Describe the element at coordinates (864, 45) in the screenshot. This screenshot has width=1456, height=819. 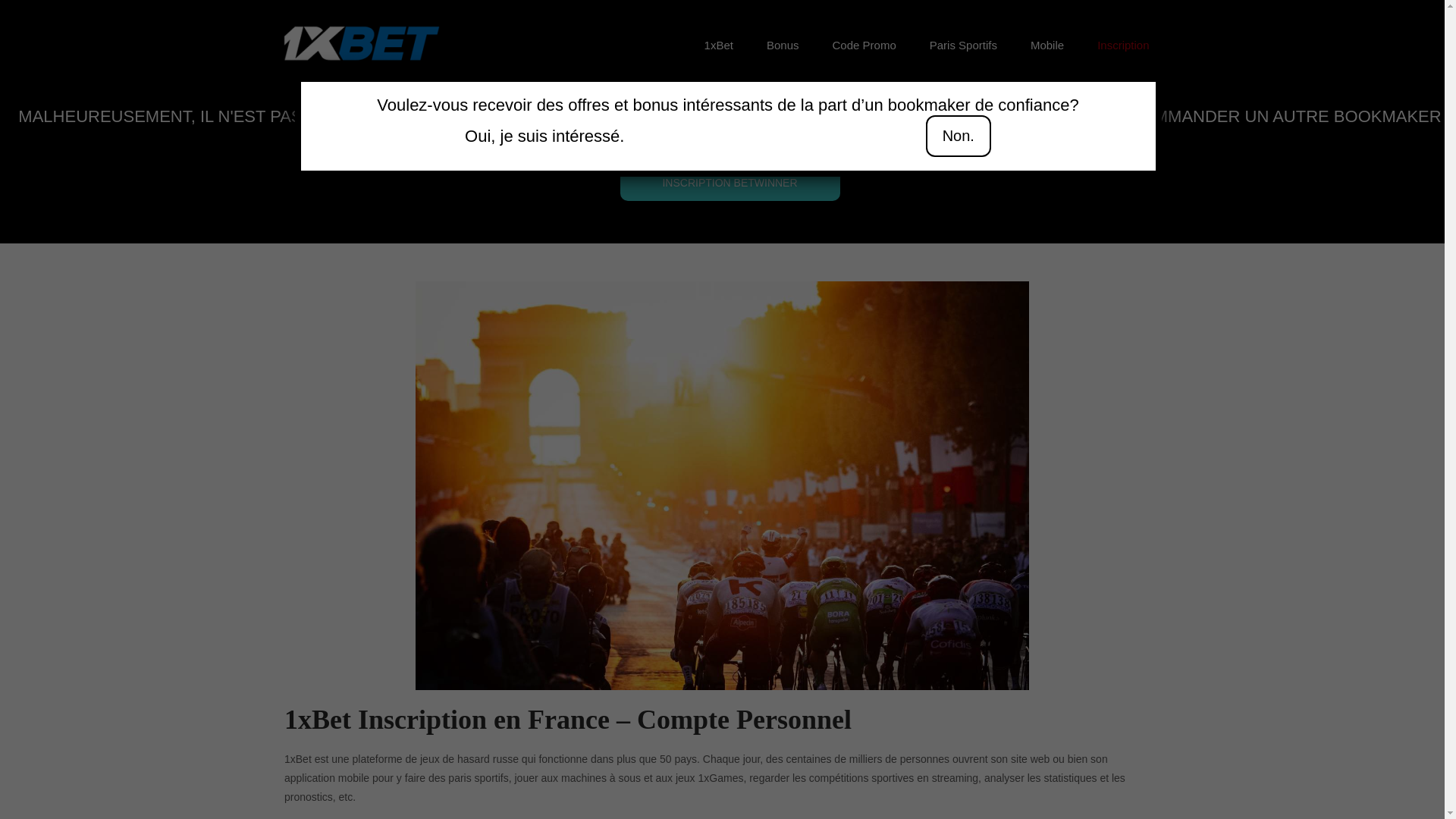
I see `'Code Promo'` at that location.